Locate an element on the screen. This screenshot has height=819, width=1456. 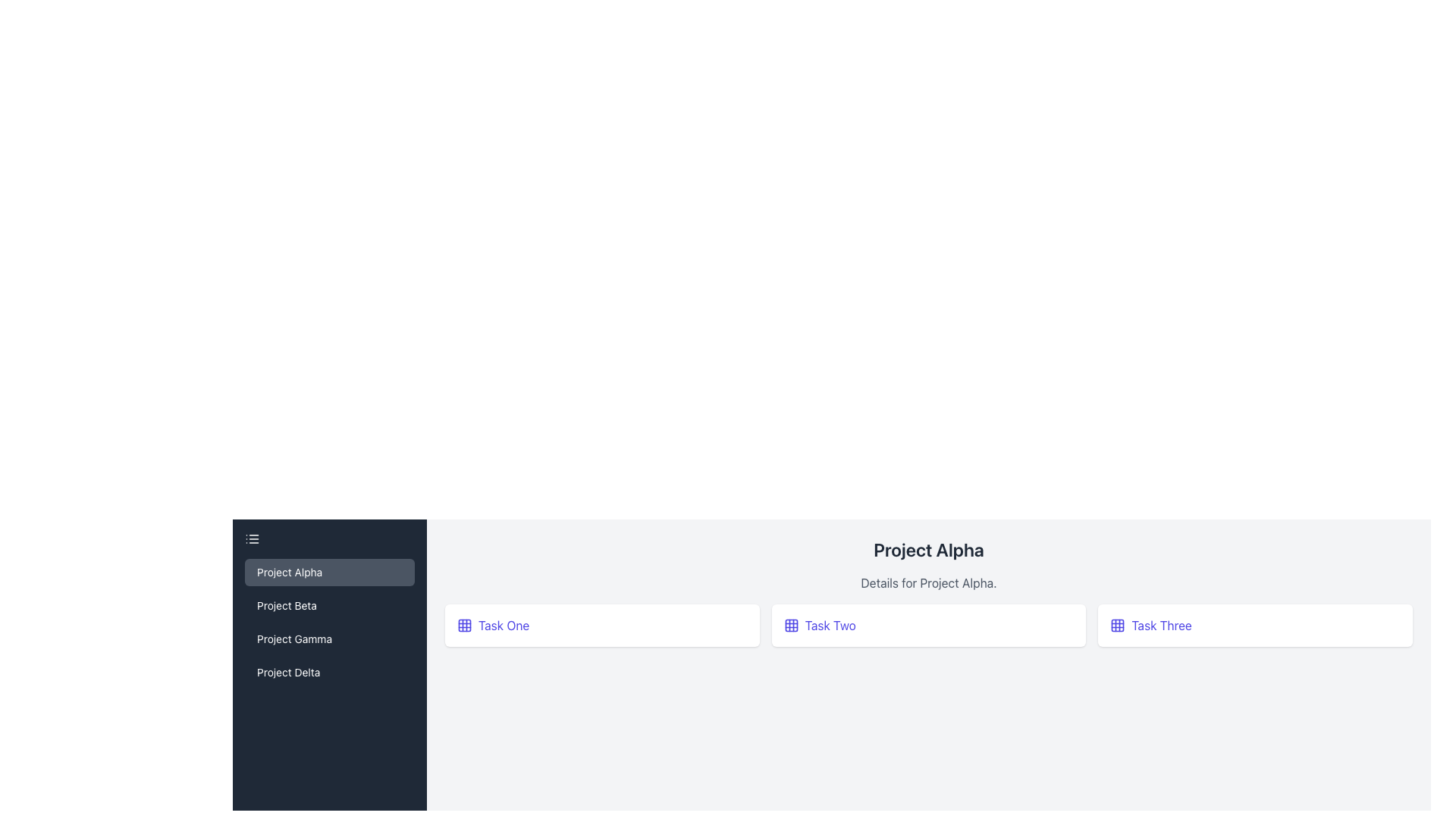
the menu icon located at the top left corner of the sidebar panel is located at coordinates (252, 538).